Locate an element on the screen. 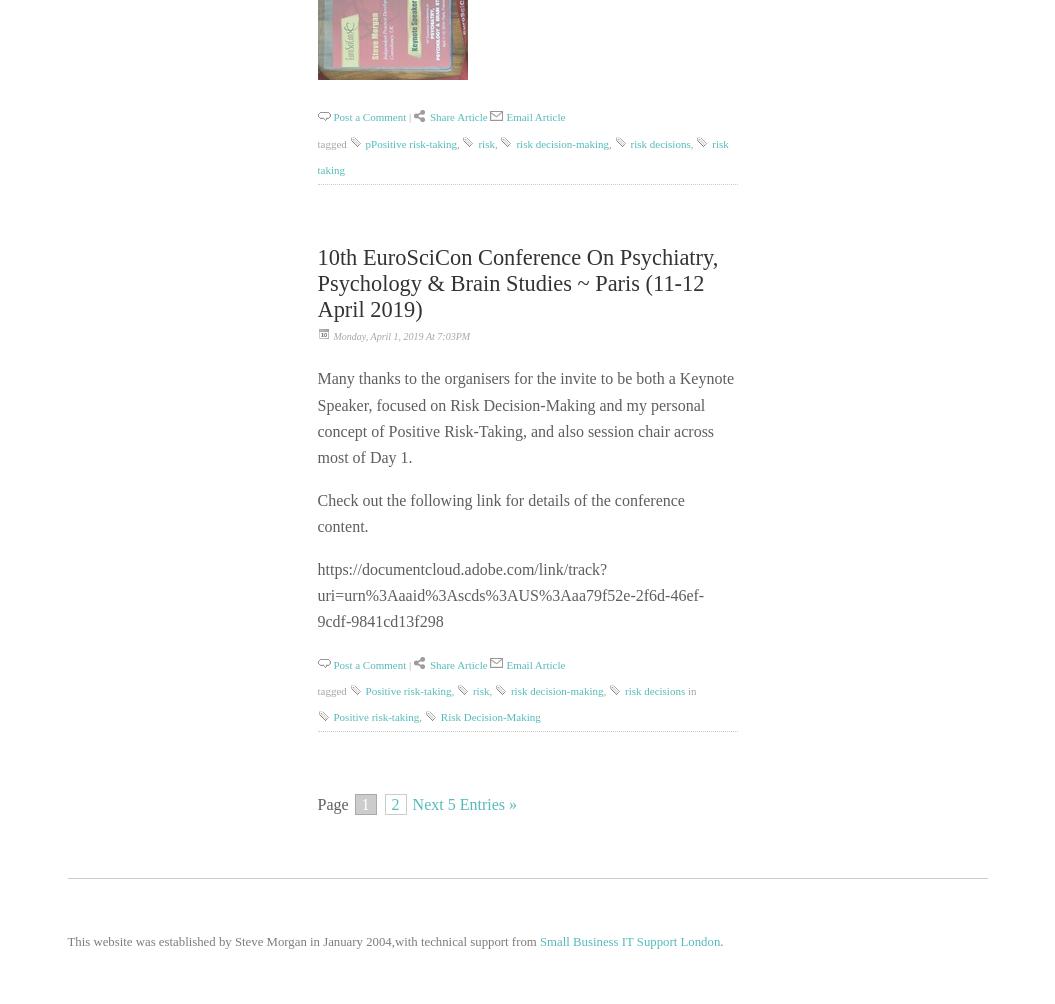 The image size is (1055, 1004). '.' is located at coordinates (721, 940).